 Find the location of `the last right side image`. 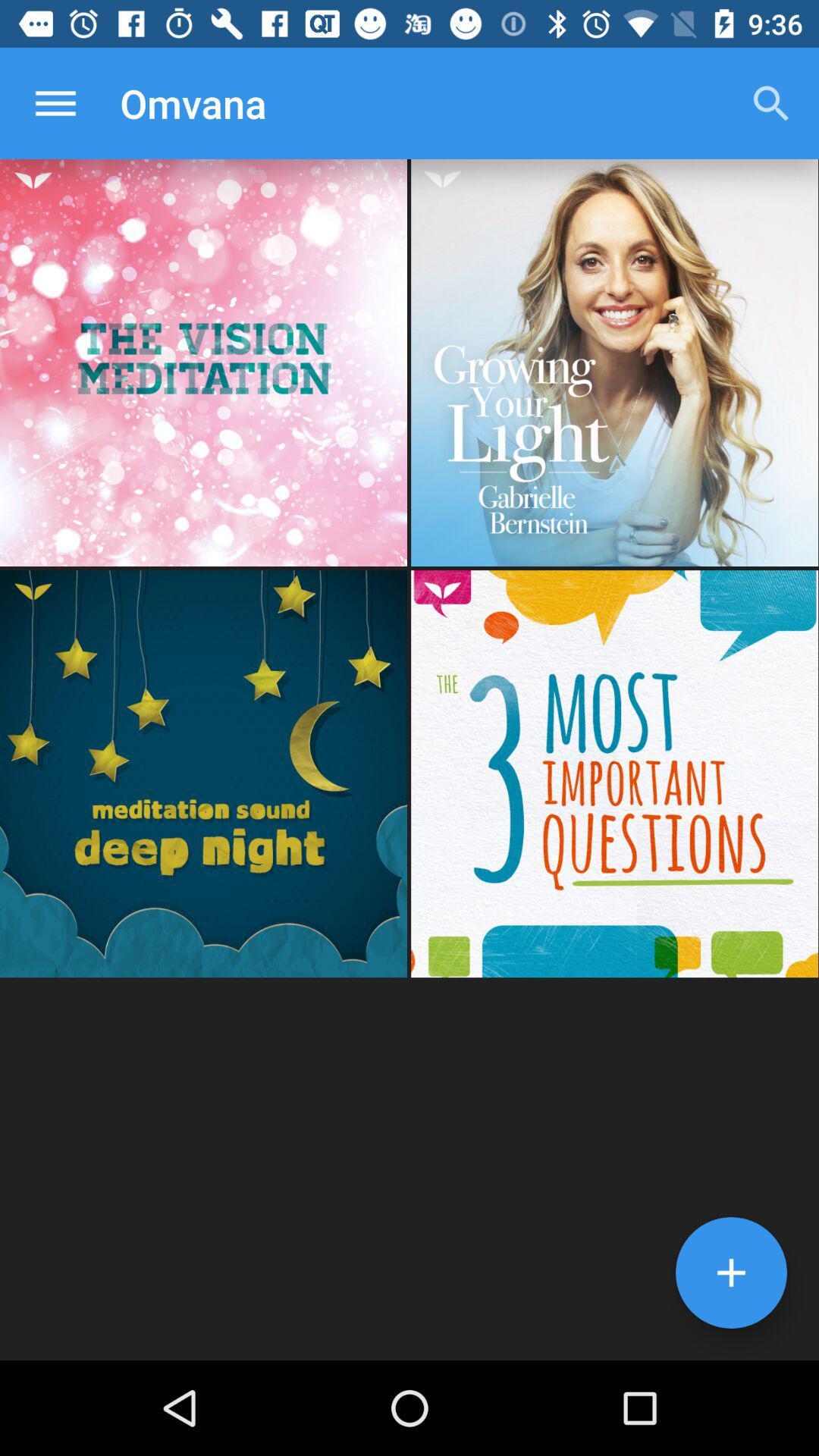

the last right side image is located at coordinates (614, 773).